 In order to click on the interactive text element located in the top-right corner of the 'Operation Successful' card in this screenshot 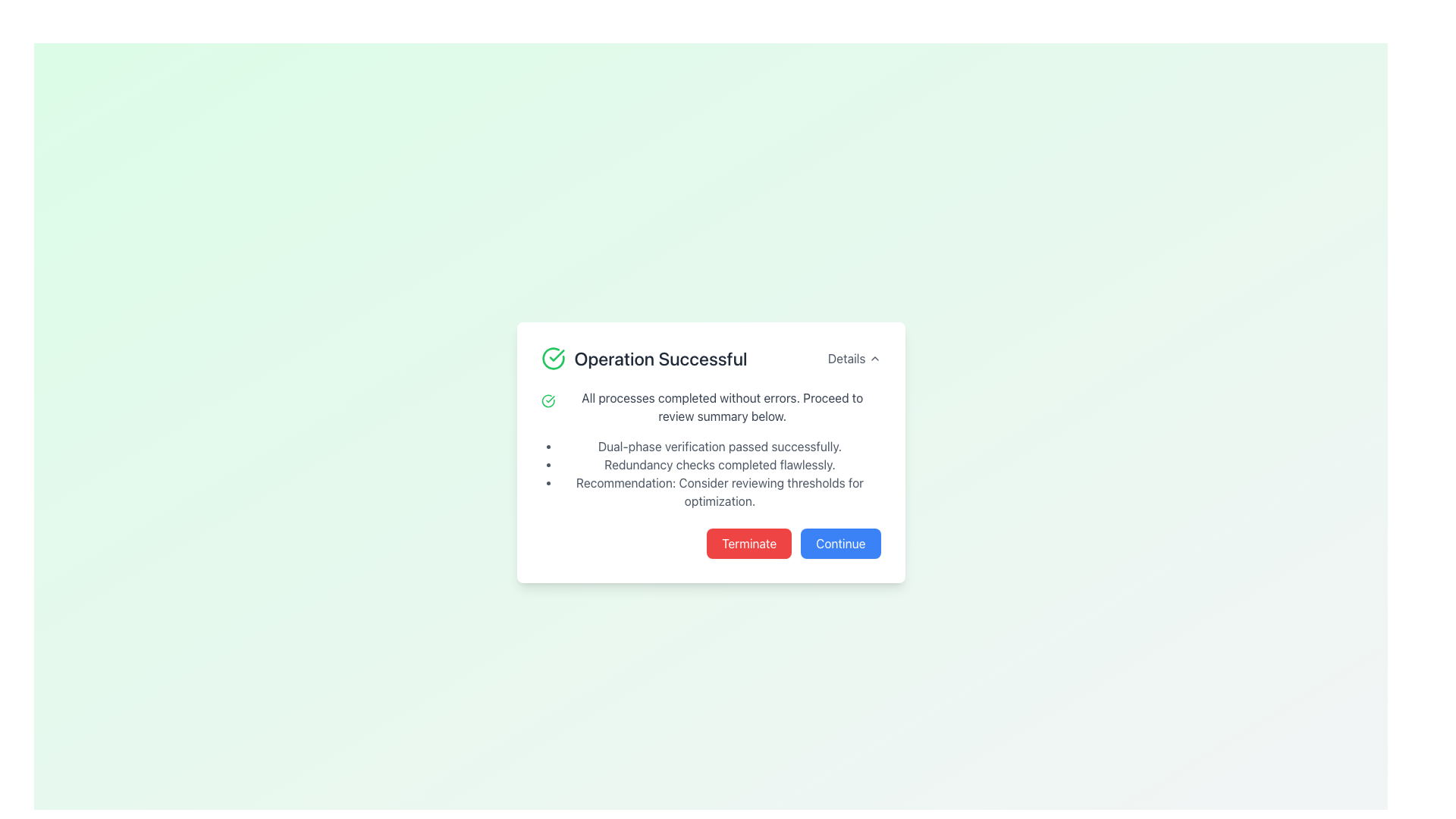, I will do `click(854, 359)`.